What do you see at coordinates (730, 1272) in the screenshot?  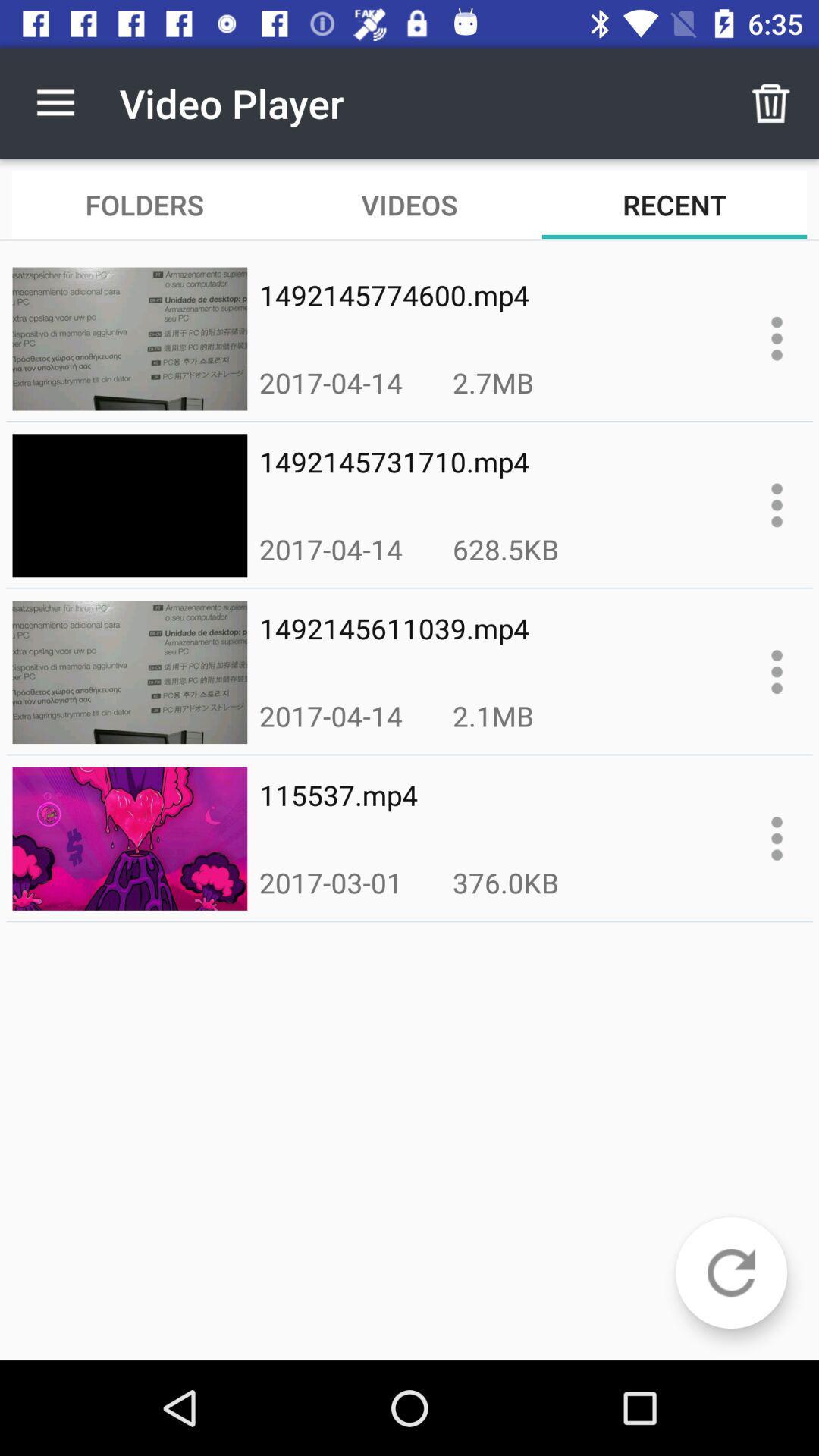 I see `refresh` at bounding box center [730, 1272].